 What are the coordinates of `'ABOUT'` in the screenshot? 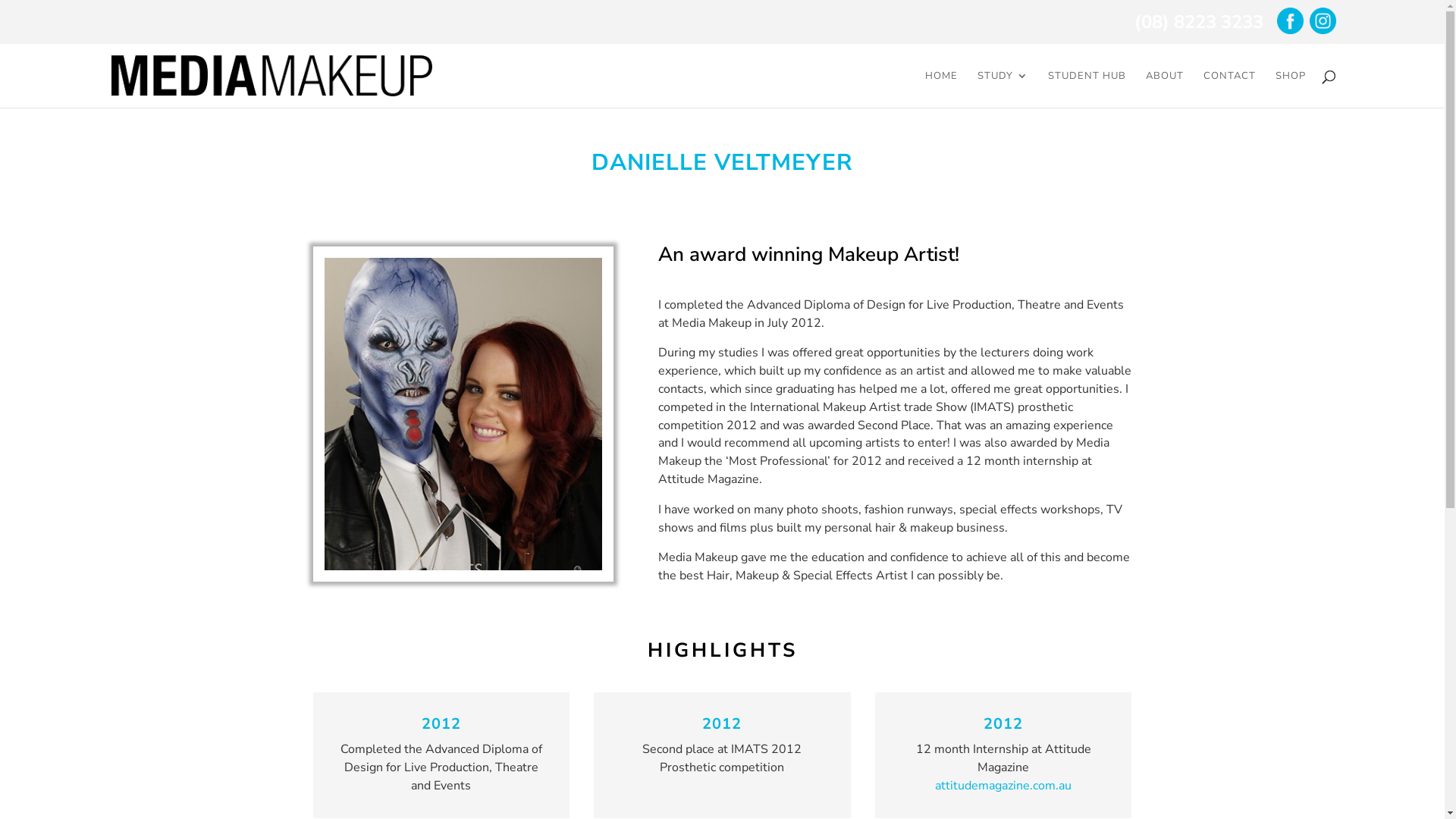 It's located at (1146, 89).